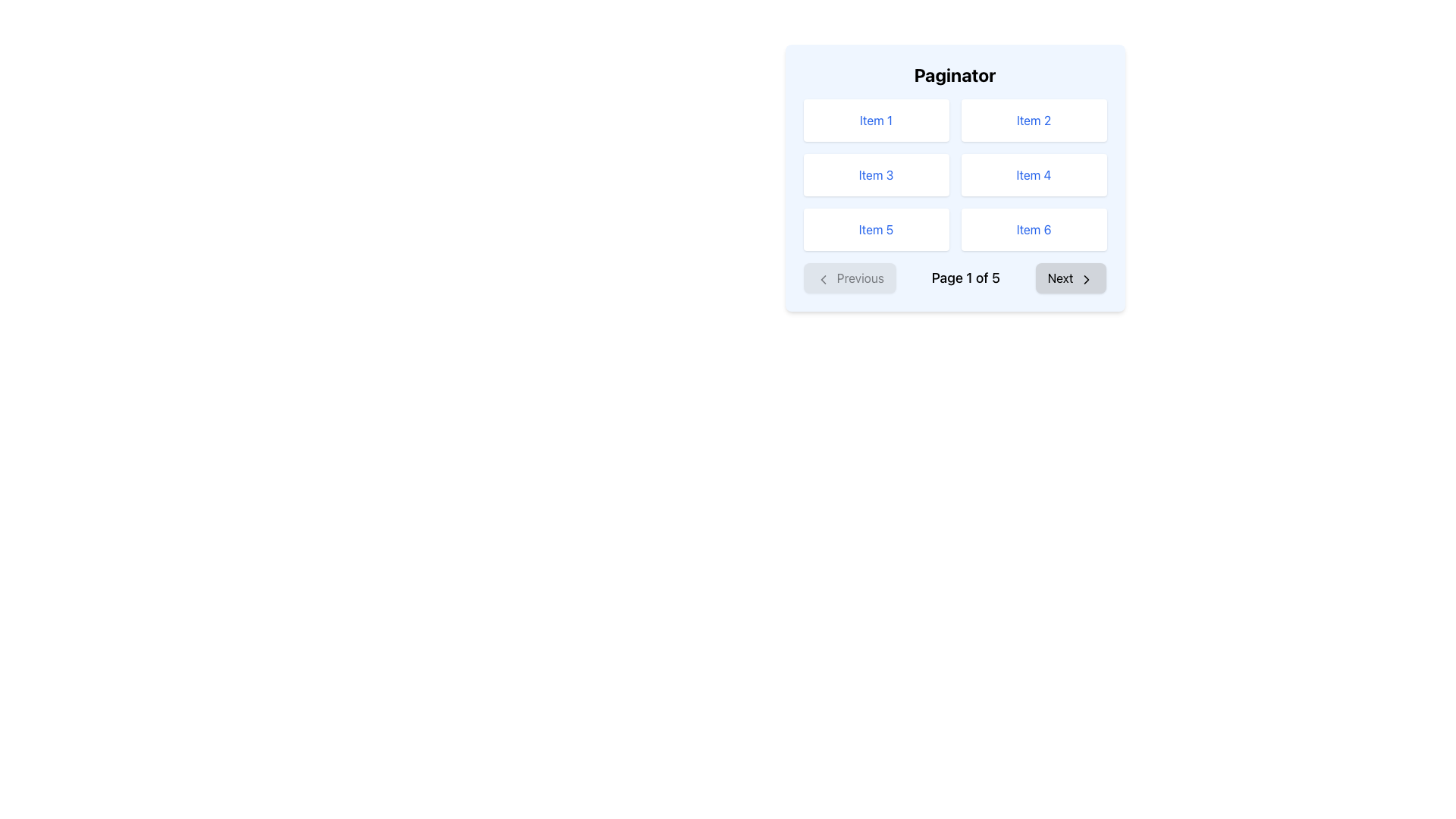  I want to click on the selectable card located in the fifth position of a grid layout, so click(876, 230).